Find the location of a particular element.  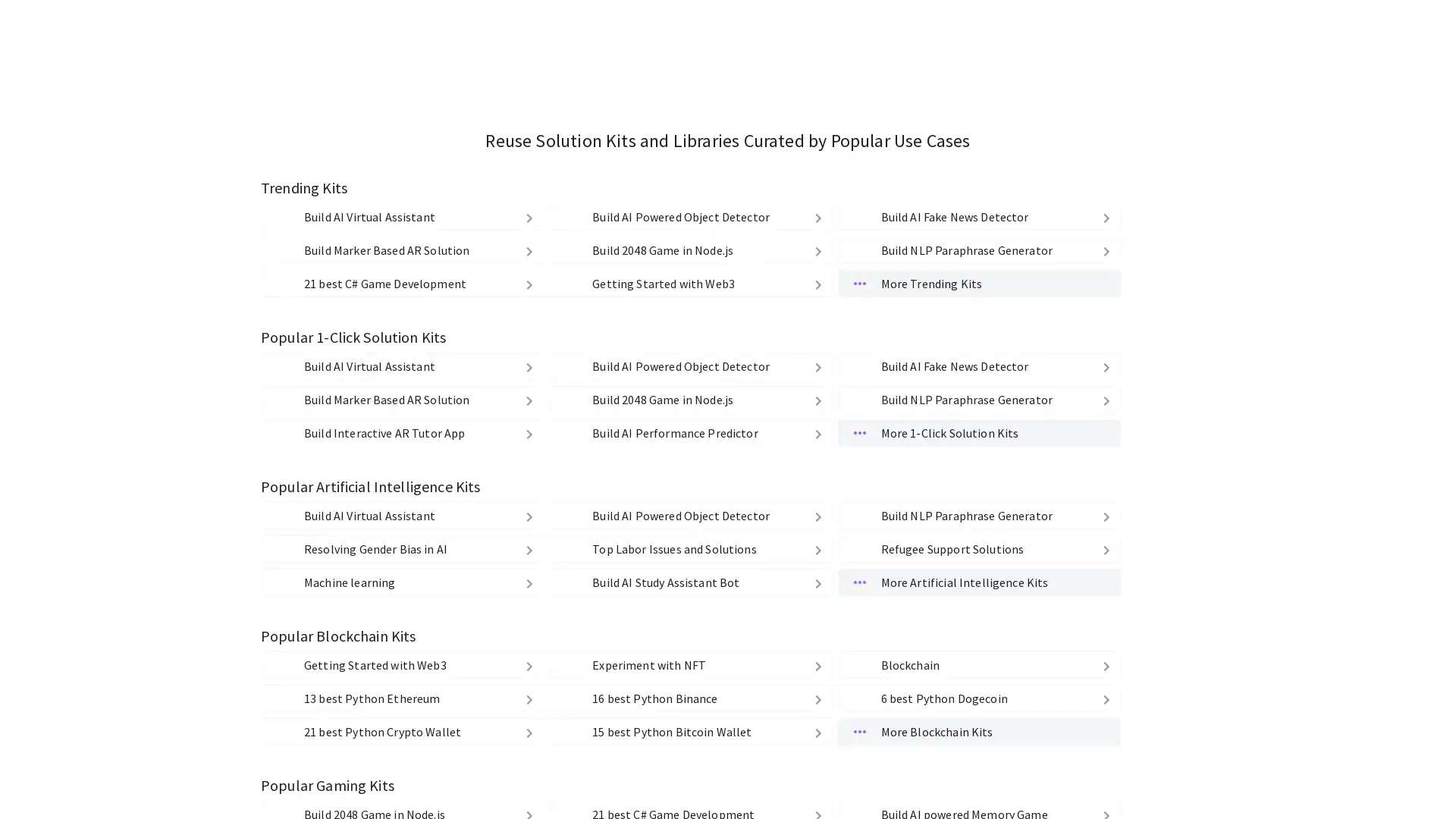

delete is located at coordinates (796, 748).